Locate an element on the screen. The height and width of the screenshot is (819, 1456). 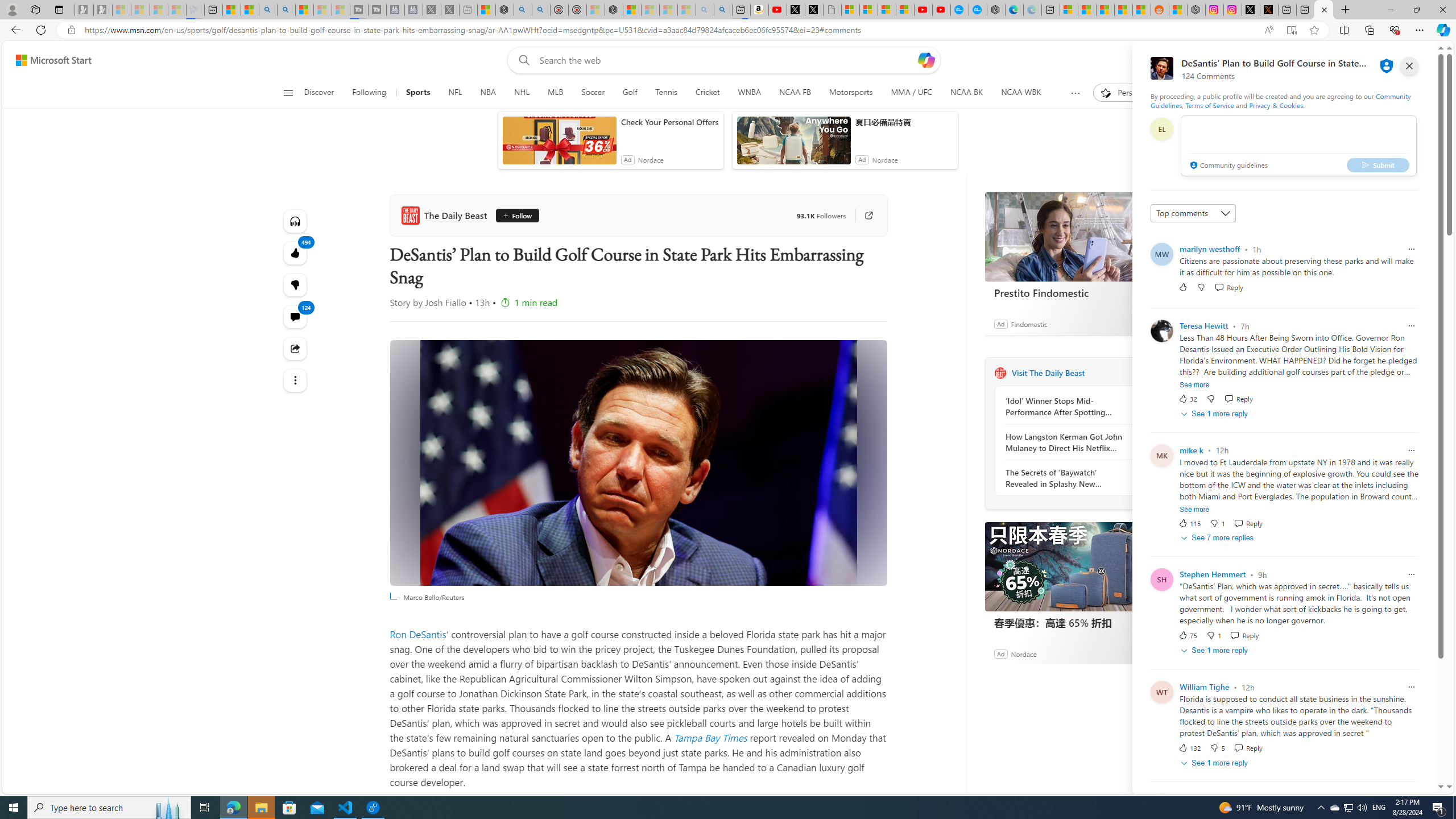
'Shanghai, China hourly forecast | Microsoft Weather' is located at coordinates (1106, 9).